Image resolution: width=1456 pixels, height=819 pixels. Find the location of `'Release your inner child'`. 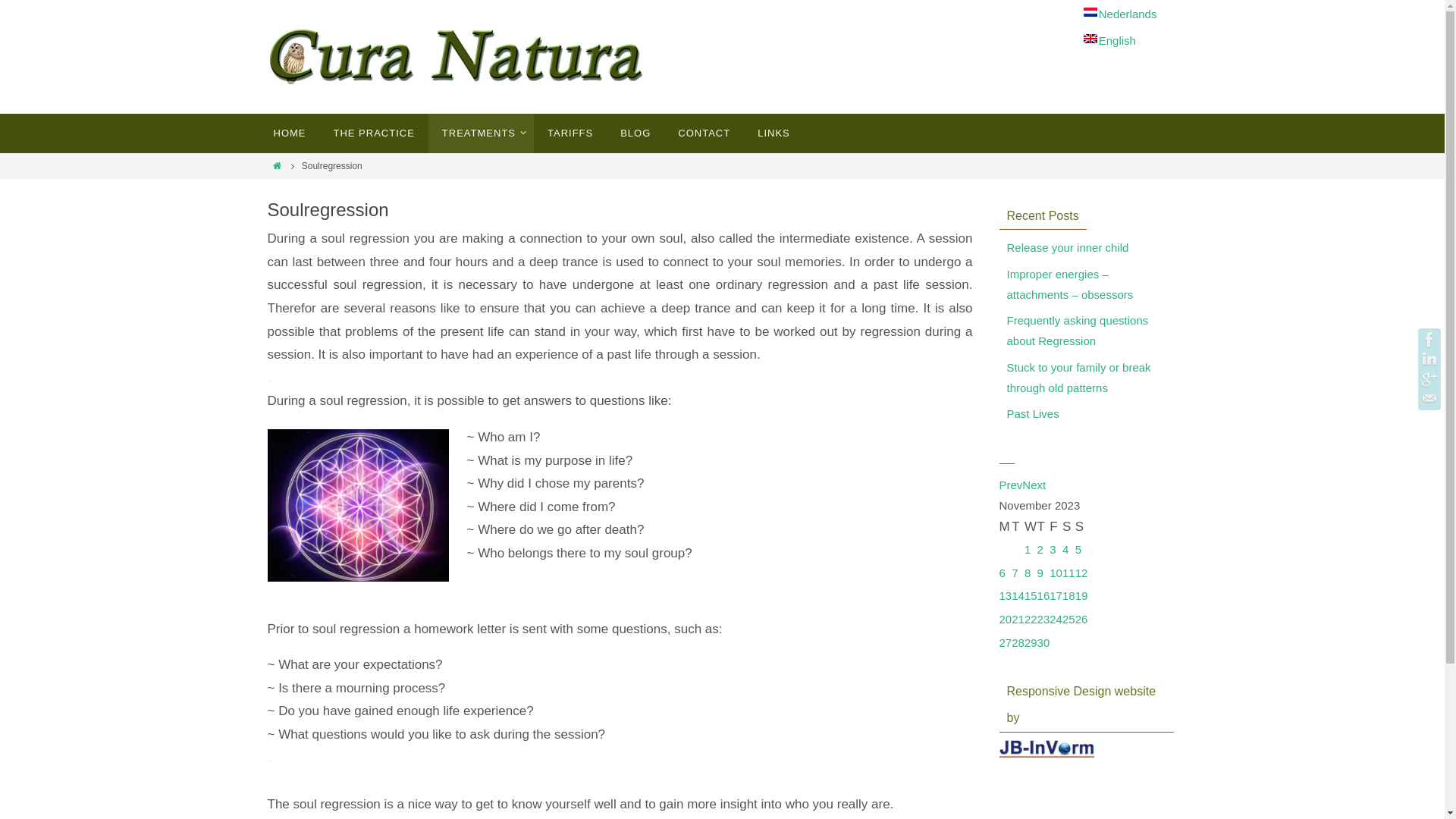

'Release your inner child' is located at coordinates (1067, 247).